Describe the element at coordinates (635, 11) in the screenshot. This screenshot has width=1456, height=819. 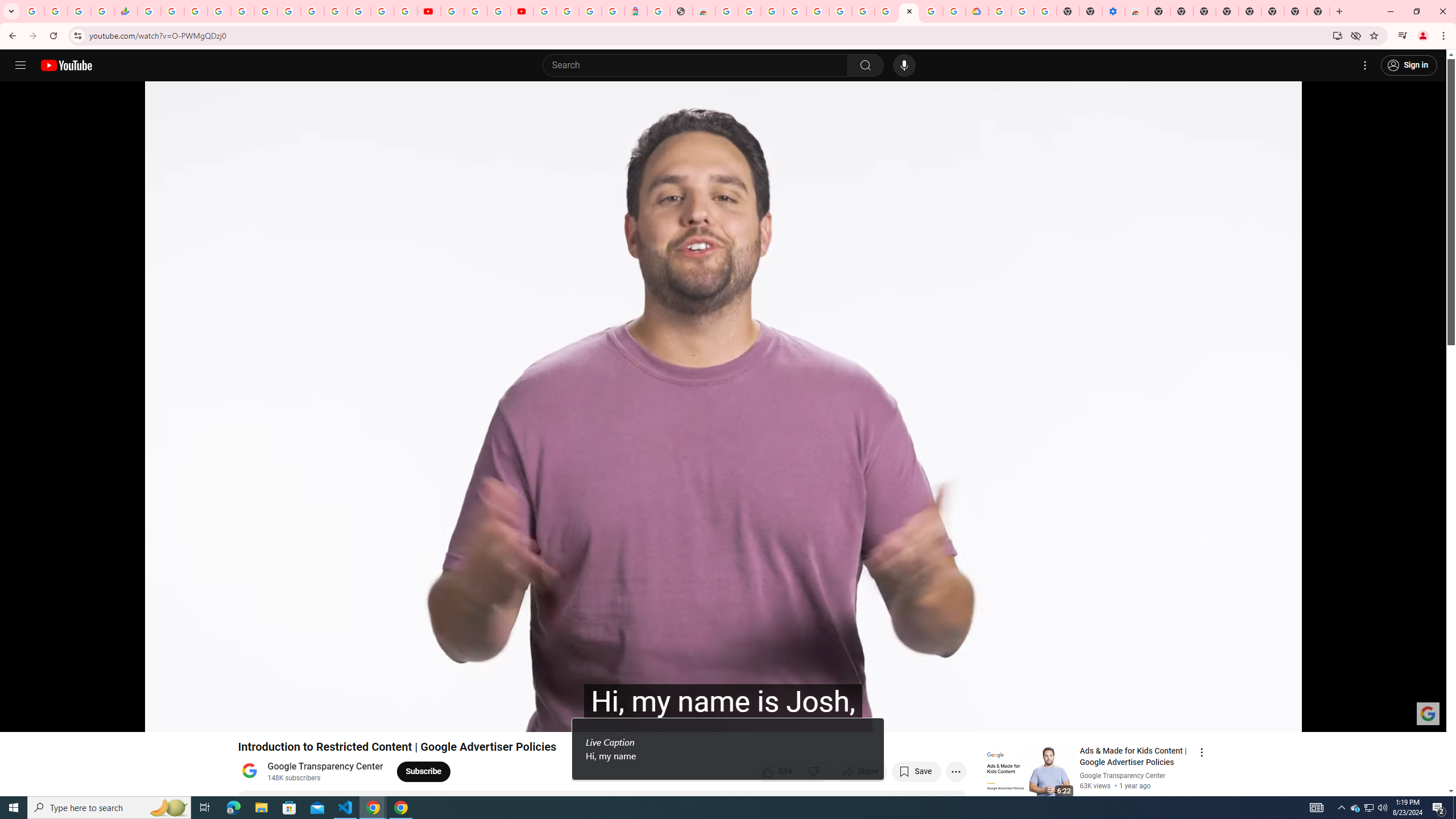
I see `'Atour Hotel - Google hotels'` at that location.